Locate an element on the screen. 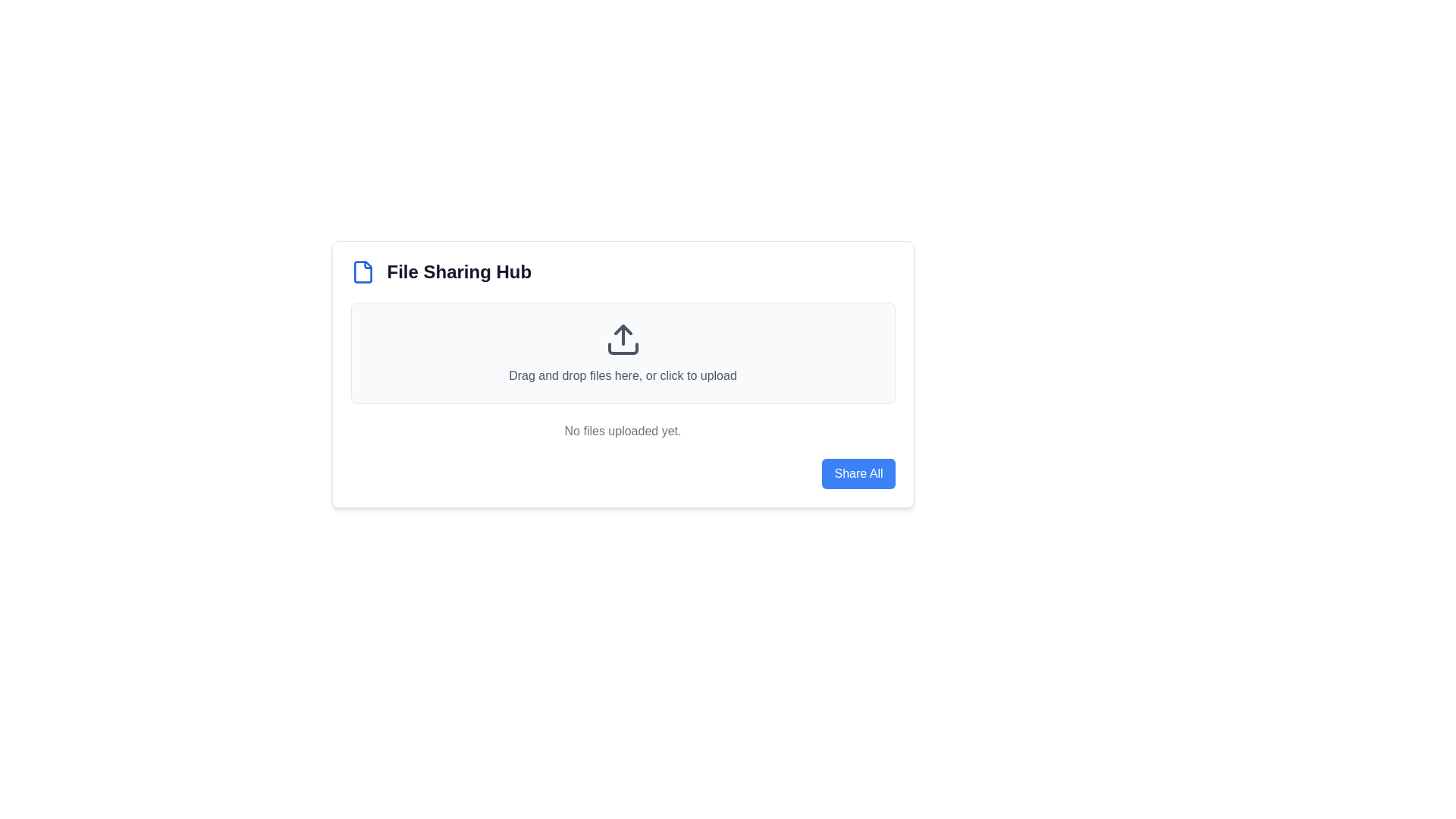 The width and height of the screenshot is (1456, 819). the file input area of the file sharing interface is located at coordinates (623, 374).